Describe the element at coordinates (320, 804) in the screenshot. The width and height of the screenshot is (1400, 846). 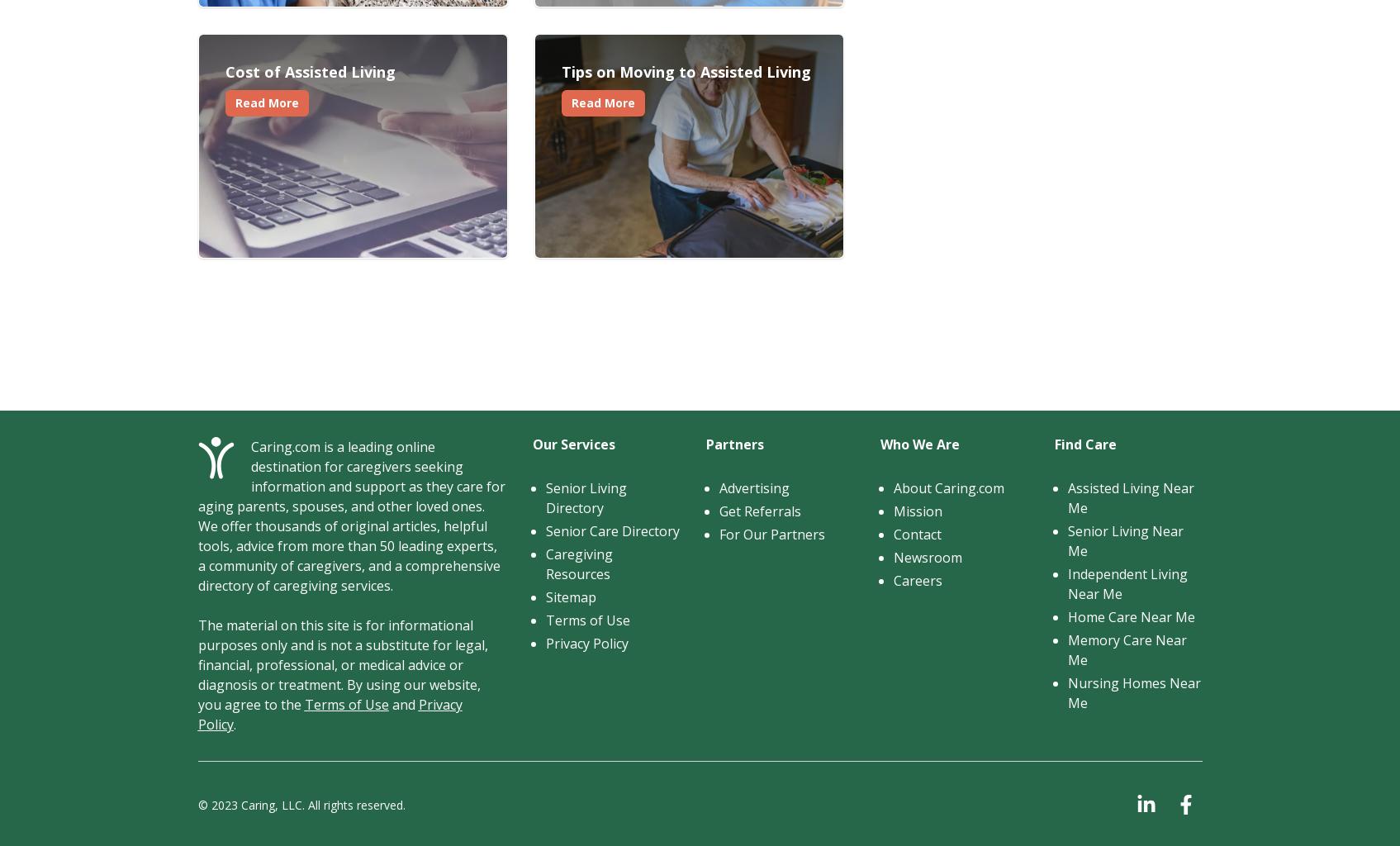
I see `'Caring, LLC. All rights reserved.'` at that location.